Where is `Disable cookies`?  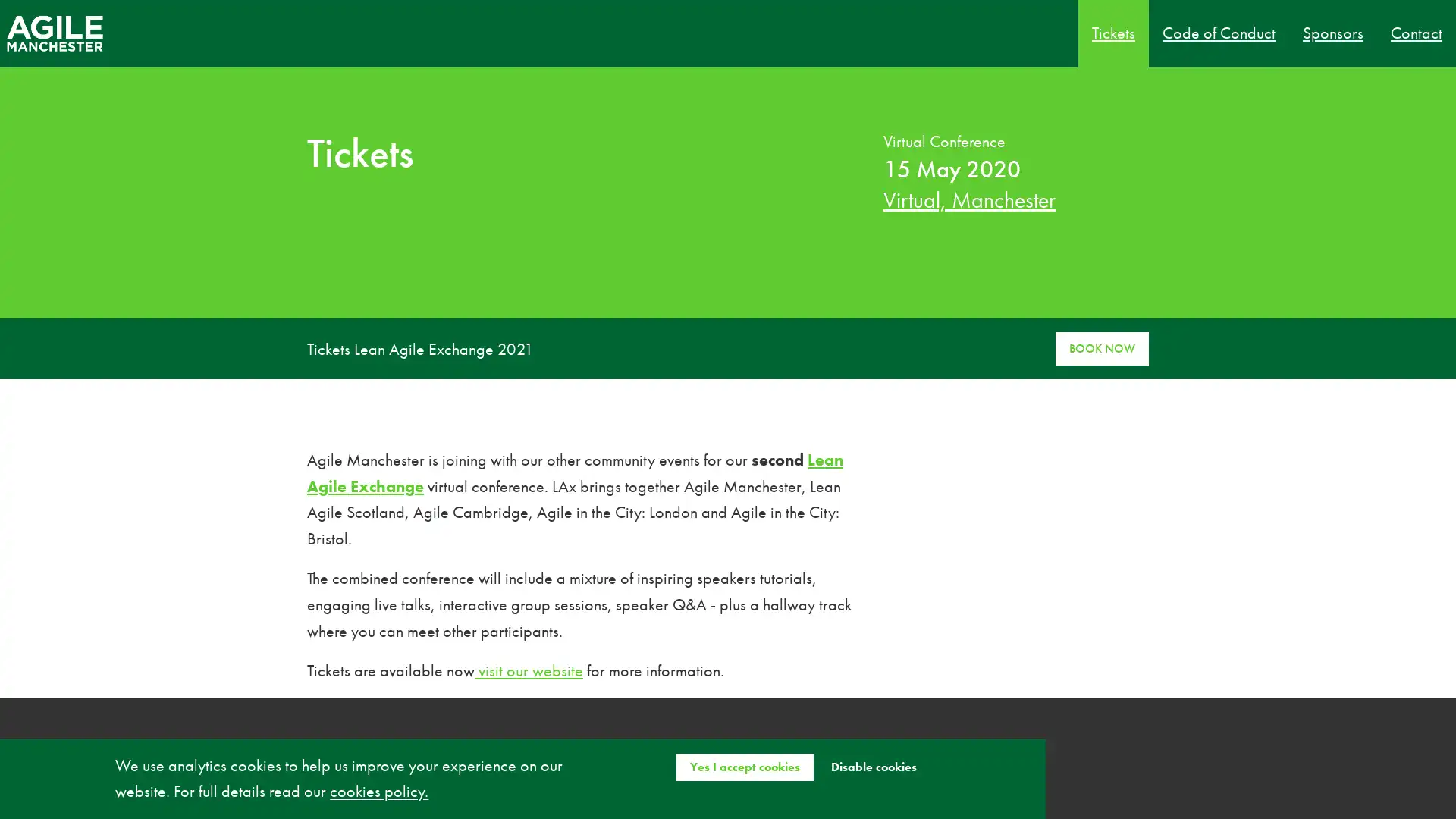 Disable cookies is located at coordinates (873, 766).